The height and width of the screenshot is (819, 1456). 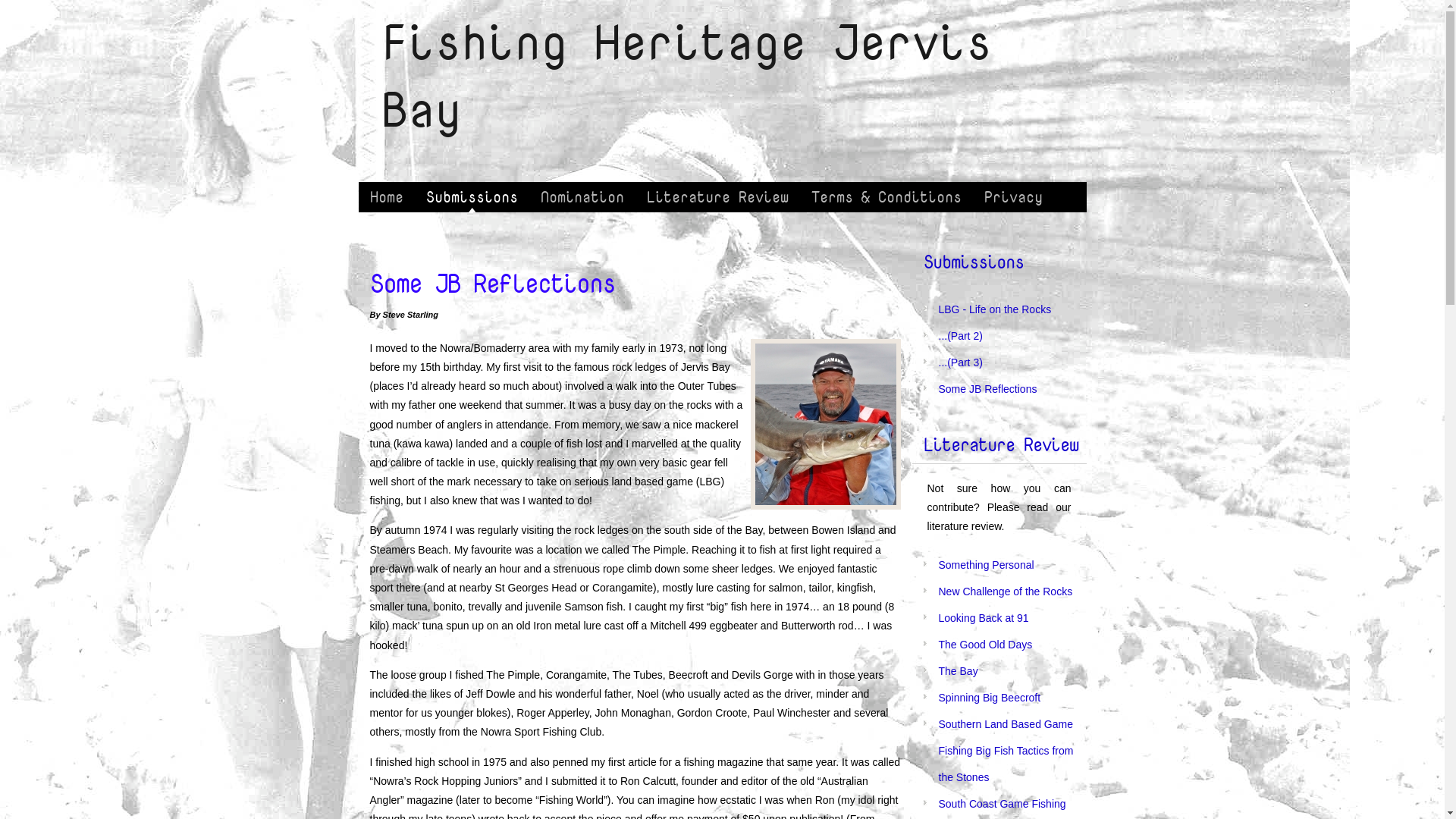 What do you see at coordinates (885, 196) in the screenshot?
I see `'Terms & Conditions'` at bounding box center [885, 196].